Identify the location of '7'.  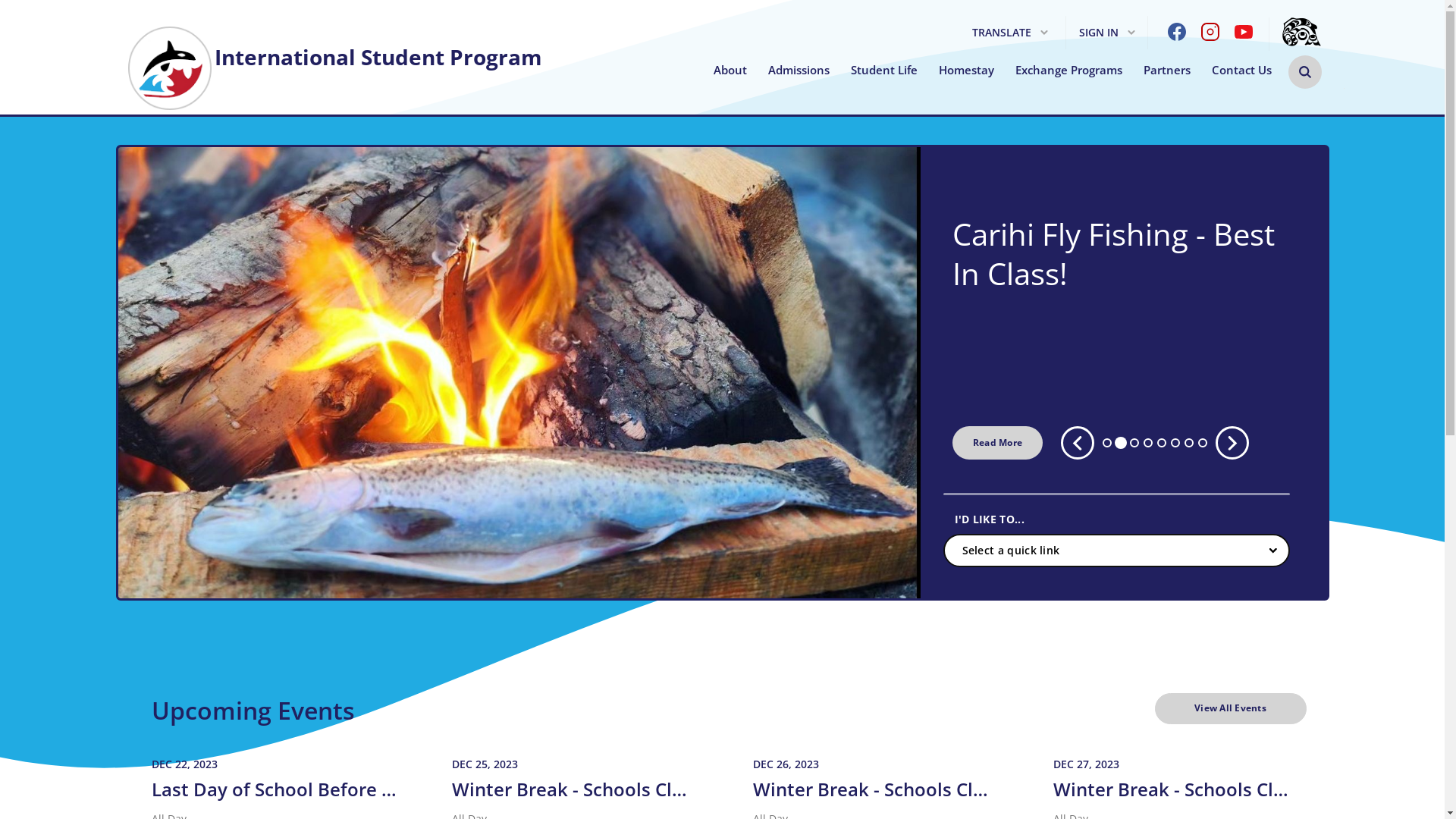
(1188, 442).